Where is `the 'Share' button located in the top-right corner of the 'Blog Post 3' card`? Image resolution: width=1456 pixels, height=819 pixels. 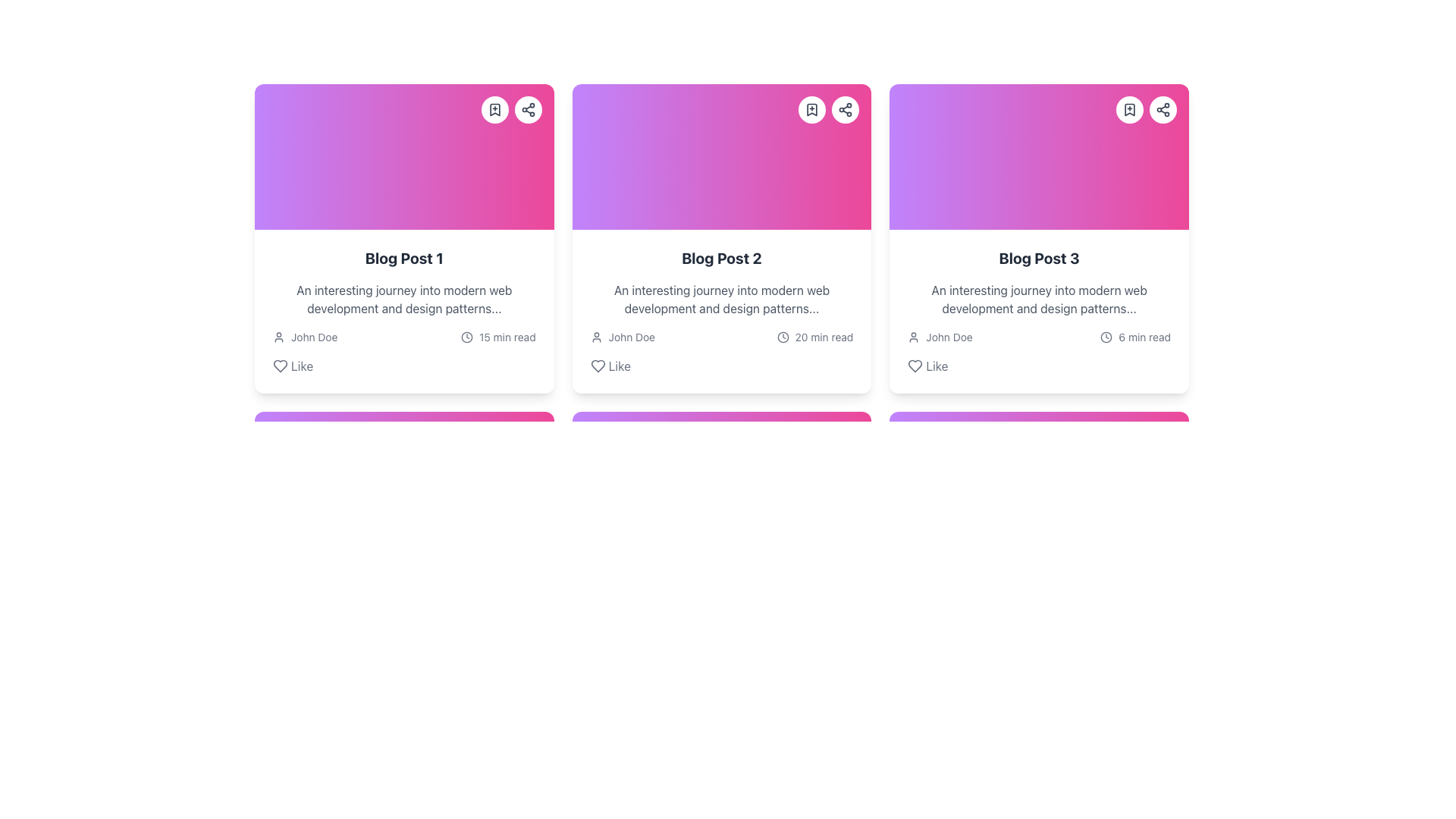
the 'Share' button located in the top-right corner of the 'Blog Post 3' card is located at coordinates (1162, 109).